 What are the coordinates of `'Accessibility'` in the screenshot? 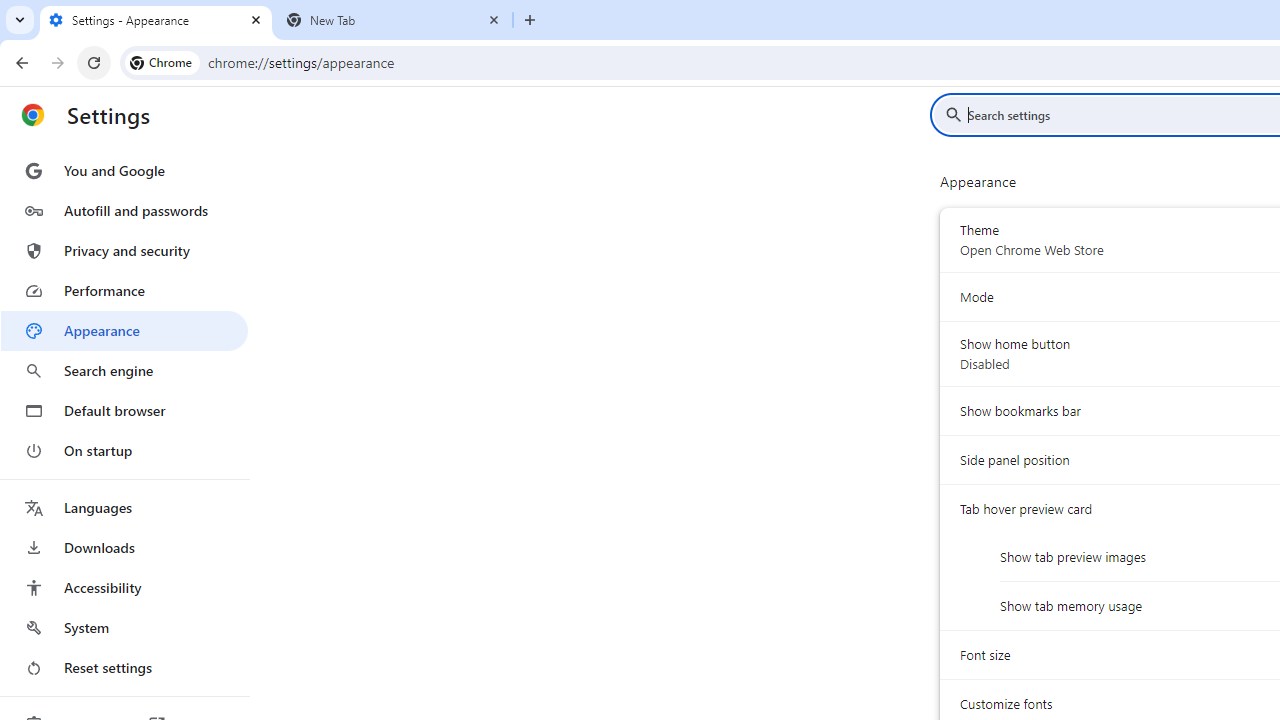 It's located at (123, 586).